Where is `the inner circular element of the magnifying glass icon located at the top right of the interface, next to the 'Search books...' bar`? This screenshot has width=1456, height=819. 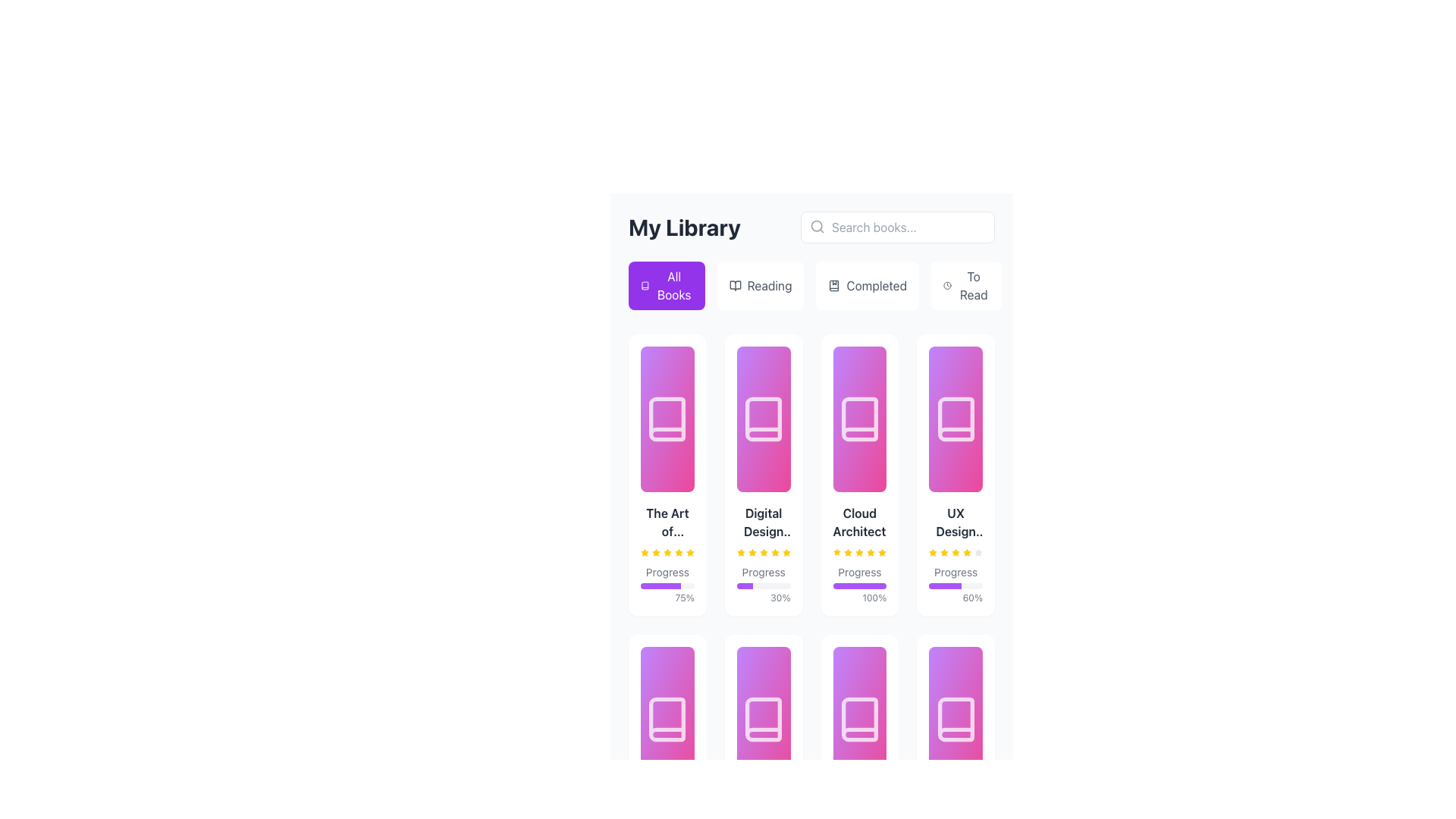
the inner circular element of the magnifying glass icon located at the top right of the interface, next to the 'Search books...' bar is located at coordinates (816, 226).